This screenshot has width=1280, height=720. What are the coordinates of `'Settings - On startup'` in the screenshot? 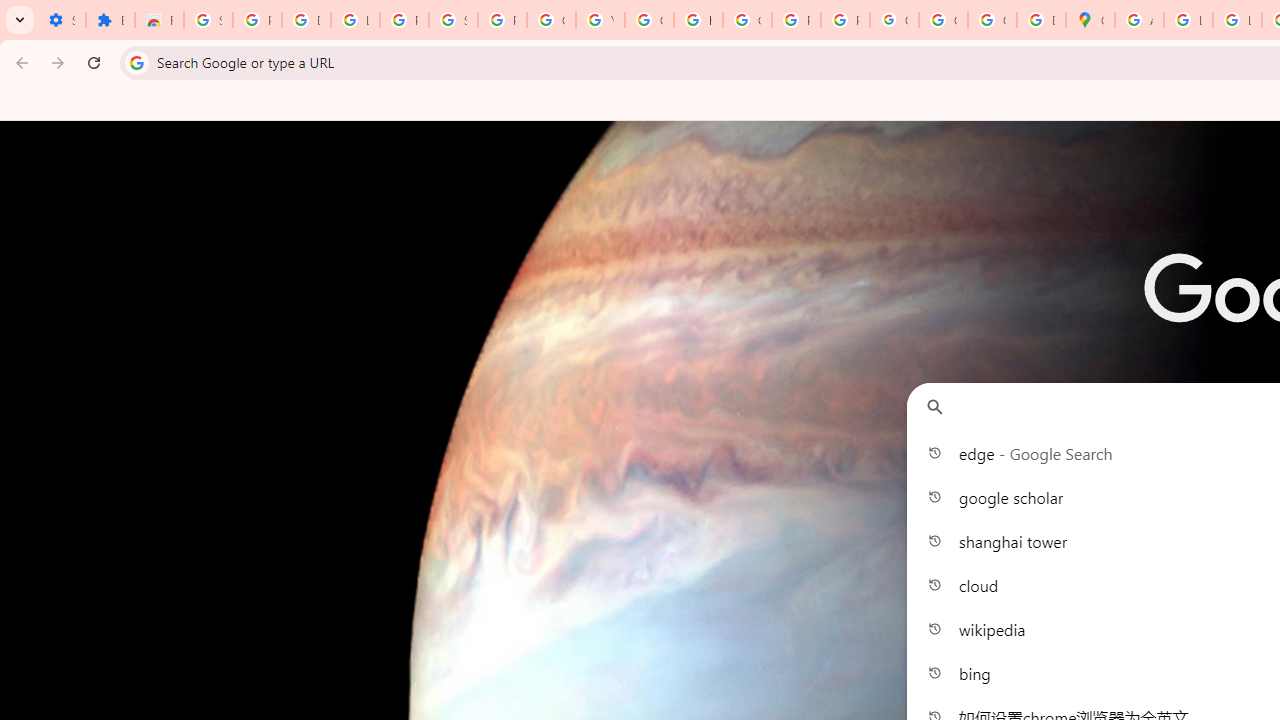 It's located at (61, 20).